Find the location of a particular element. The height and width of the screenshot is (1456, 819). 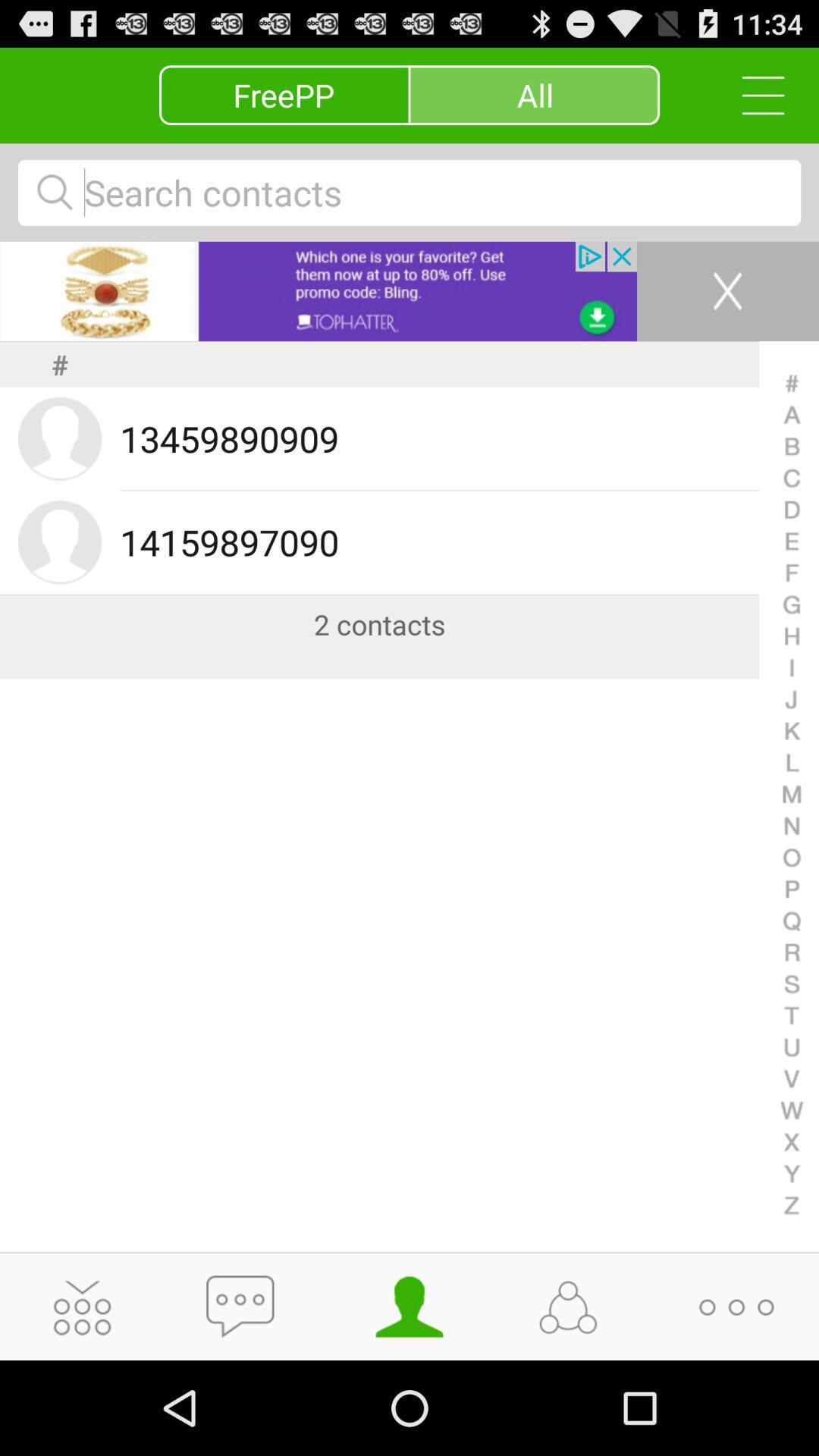

the menu icon is located at coordinates (755, 101).